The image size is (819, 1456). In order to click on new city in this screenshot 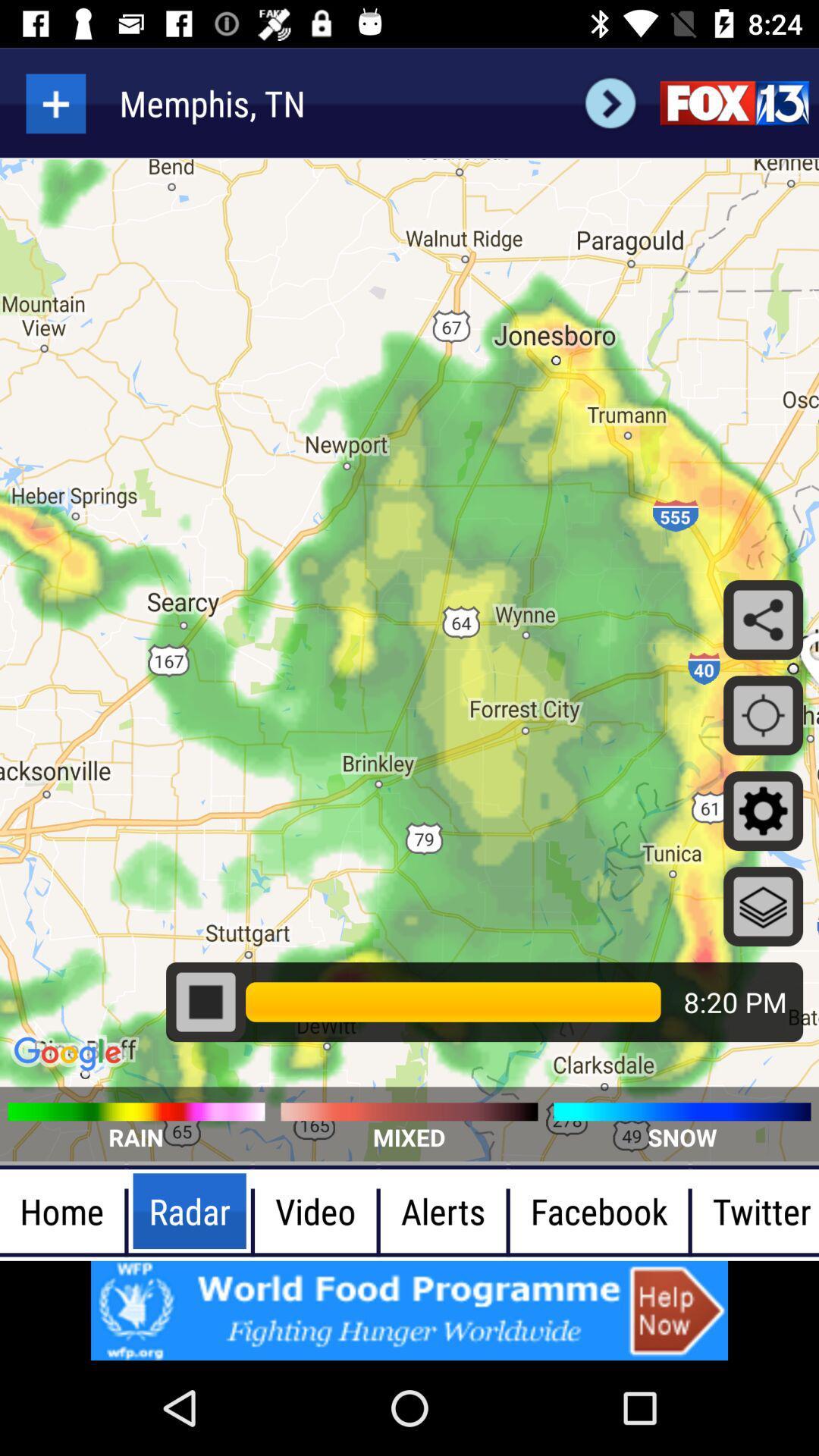, I will do `click(55, 102)`.